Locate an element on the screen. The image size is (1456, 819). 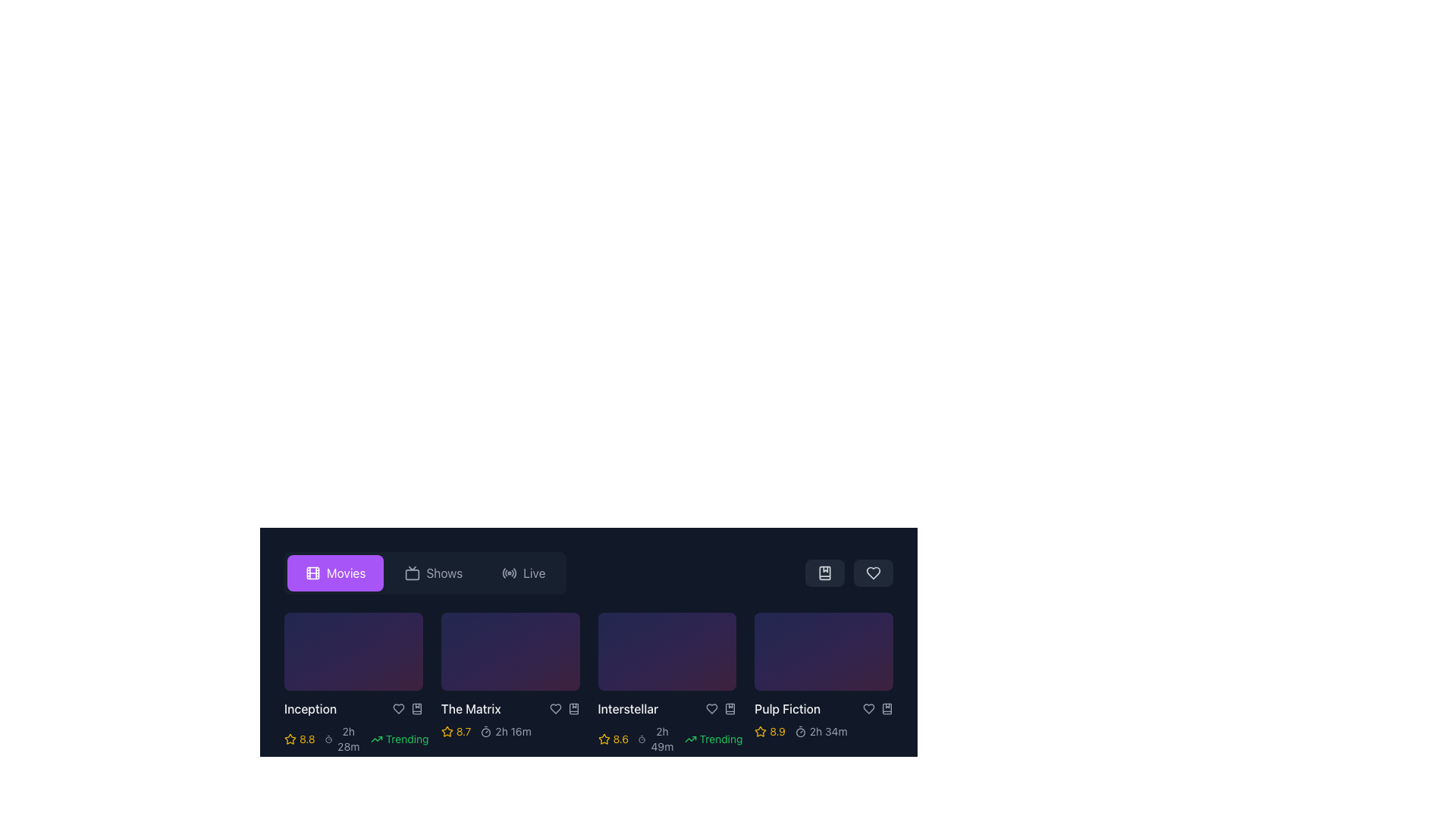
the movie entry displaying the title 'Inception' with its rating '8.8' and duration '2h 28m', located in the first row of the movie section is located at coordinates (353, 726).